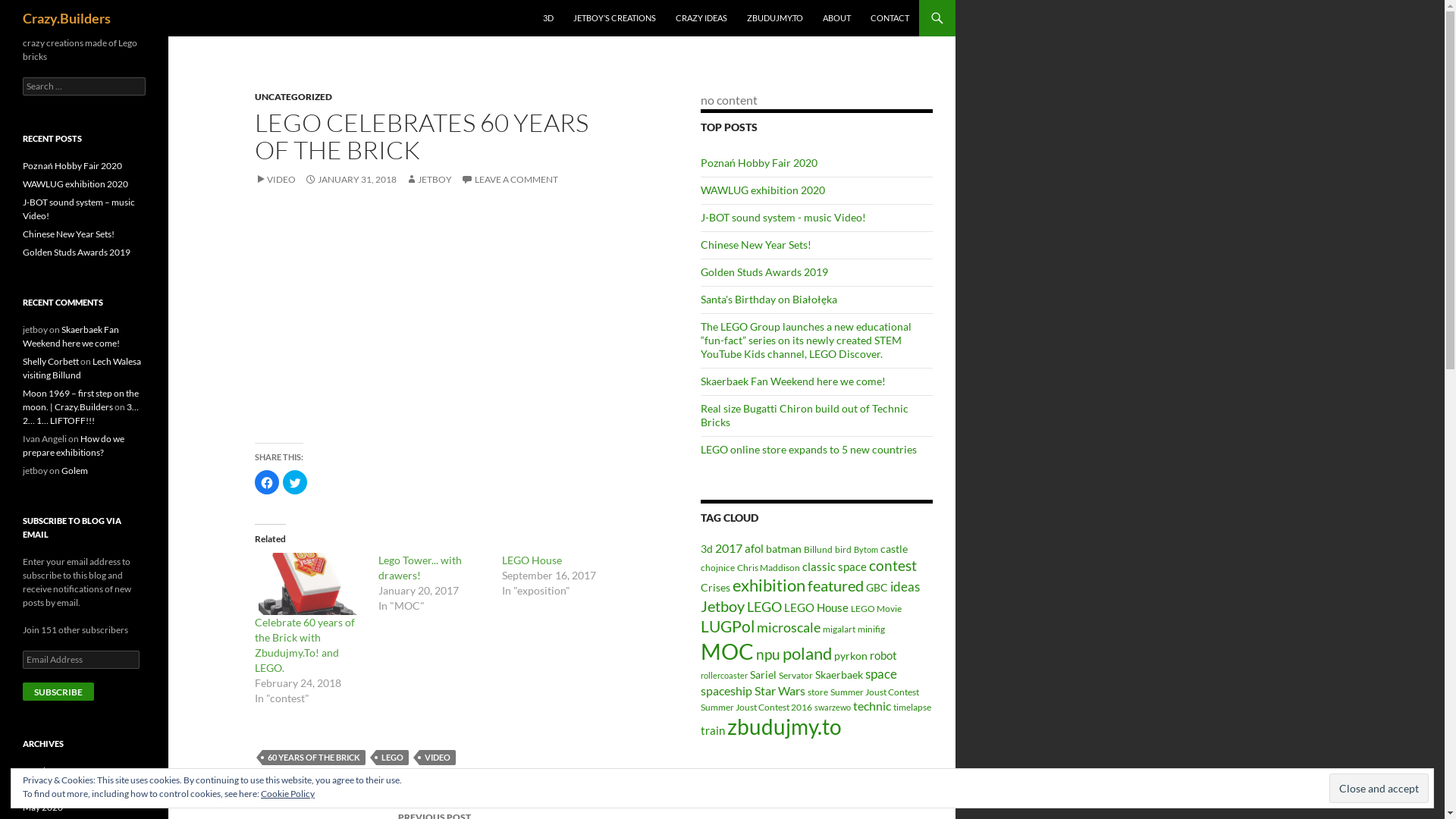  What do you see at coordinates (67, 234) in the screenshot?
I see `'Chinese New Year Sets!'` at bounding box center [67, 234].